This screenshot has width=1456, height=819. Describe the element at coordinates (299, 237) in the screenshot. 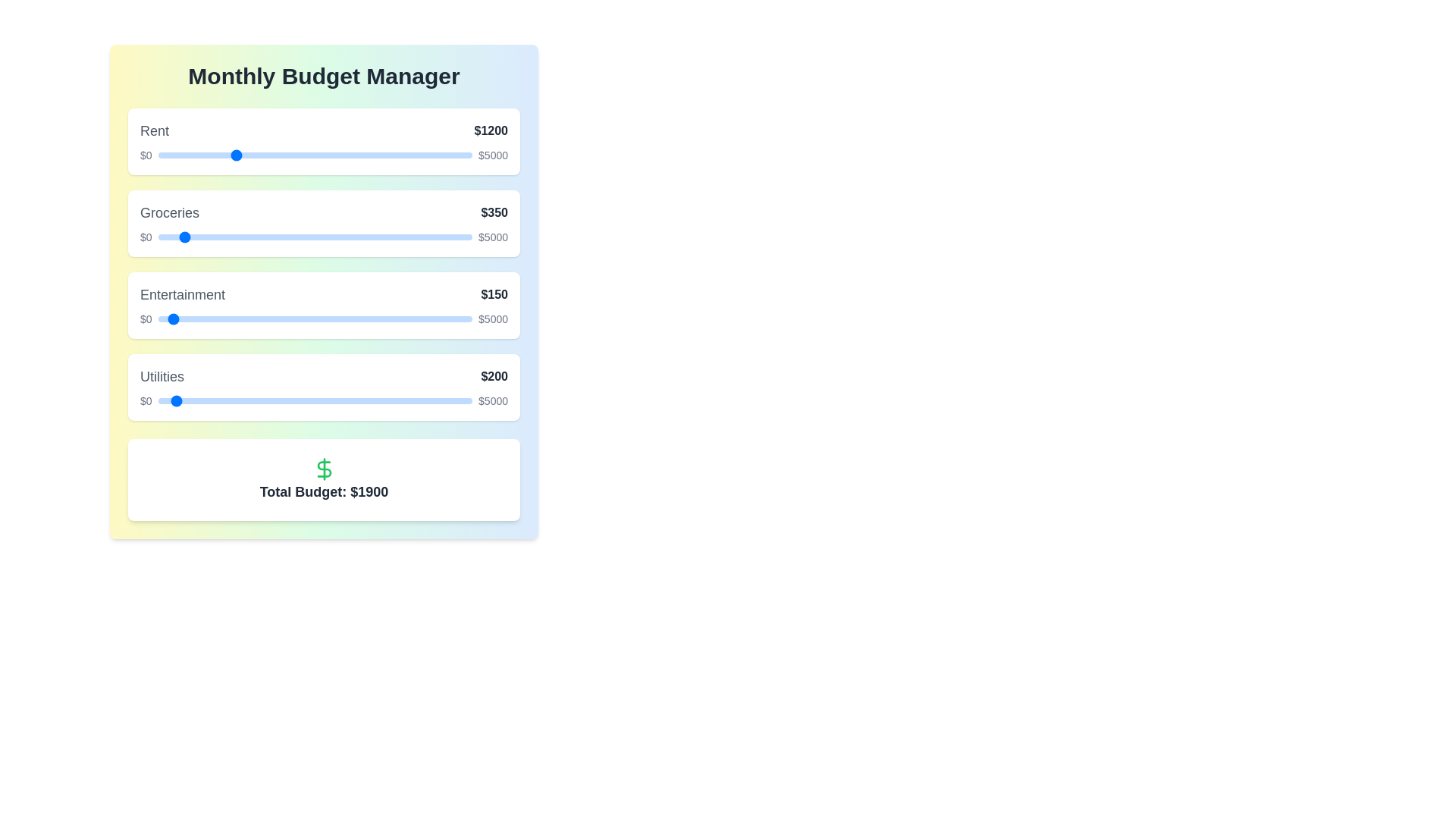

I see `groceries budget slider` at that location.